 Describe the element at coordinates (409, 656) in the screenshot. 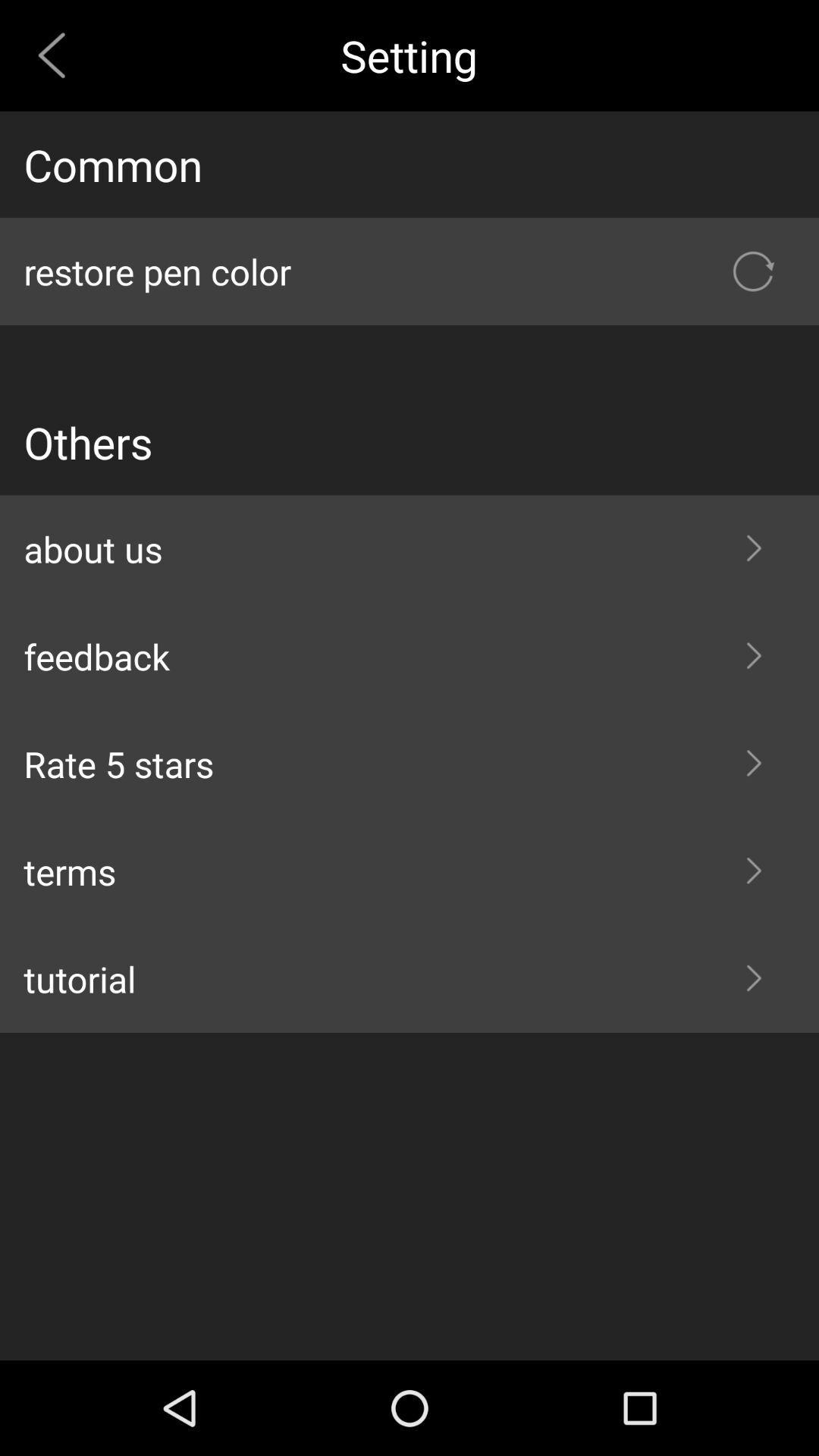

I see `the item above the rate 5 stars` at that location.